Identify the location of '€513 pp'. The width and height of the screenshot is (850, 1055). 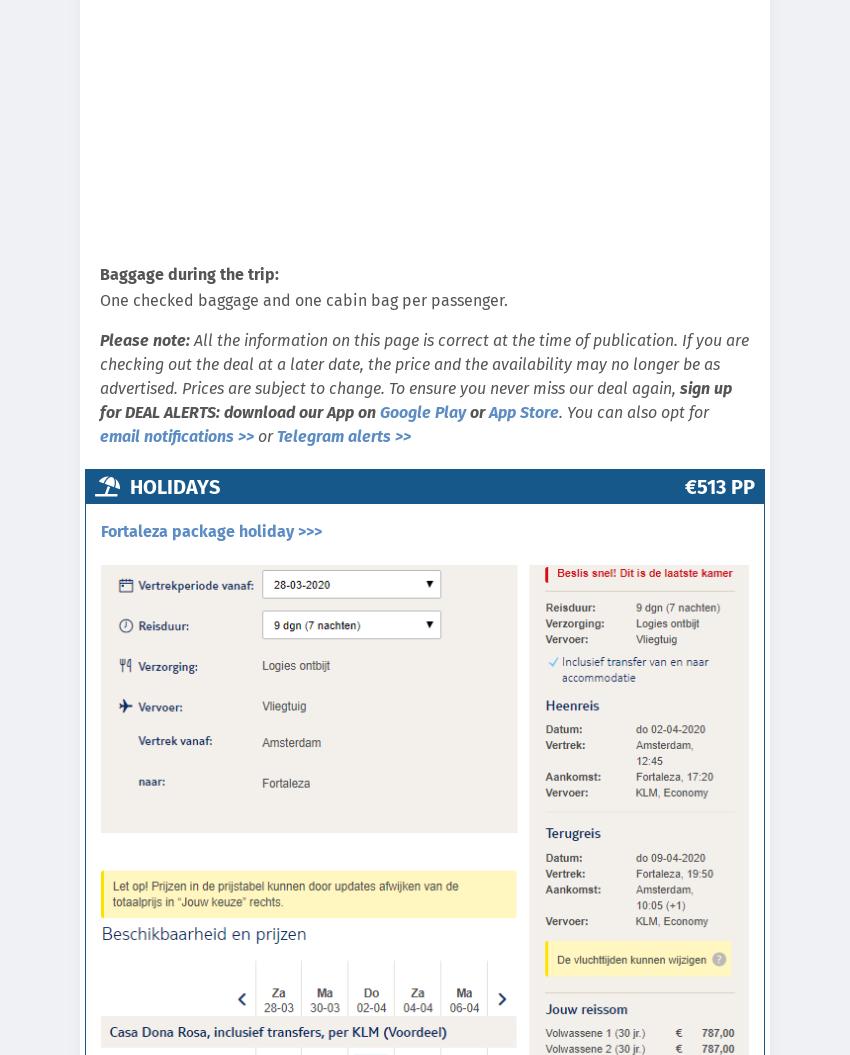
(719, 486).